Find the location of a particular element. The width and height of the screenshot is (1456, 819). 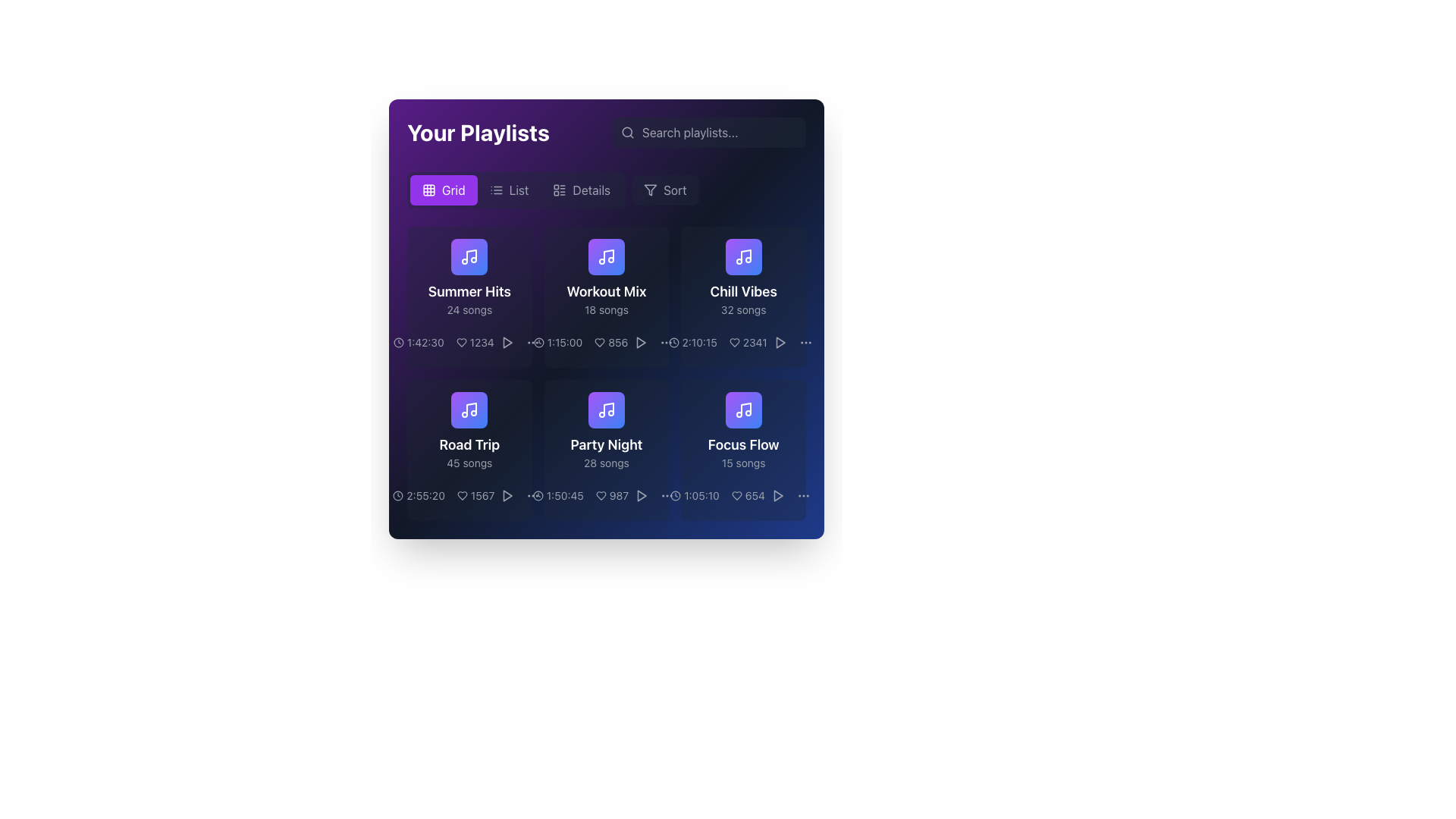

the button located in the bottom-right corner of the 'Party Night' playlist section is located at coordinates (533, 496).